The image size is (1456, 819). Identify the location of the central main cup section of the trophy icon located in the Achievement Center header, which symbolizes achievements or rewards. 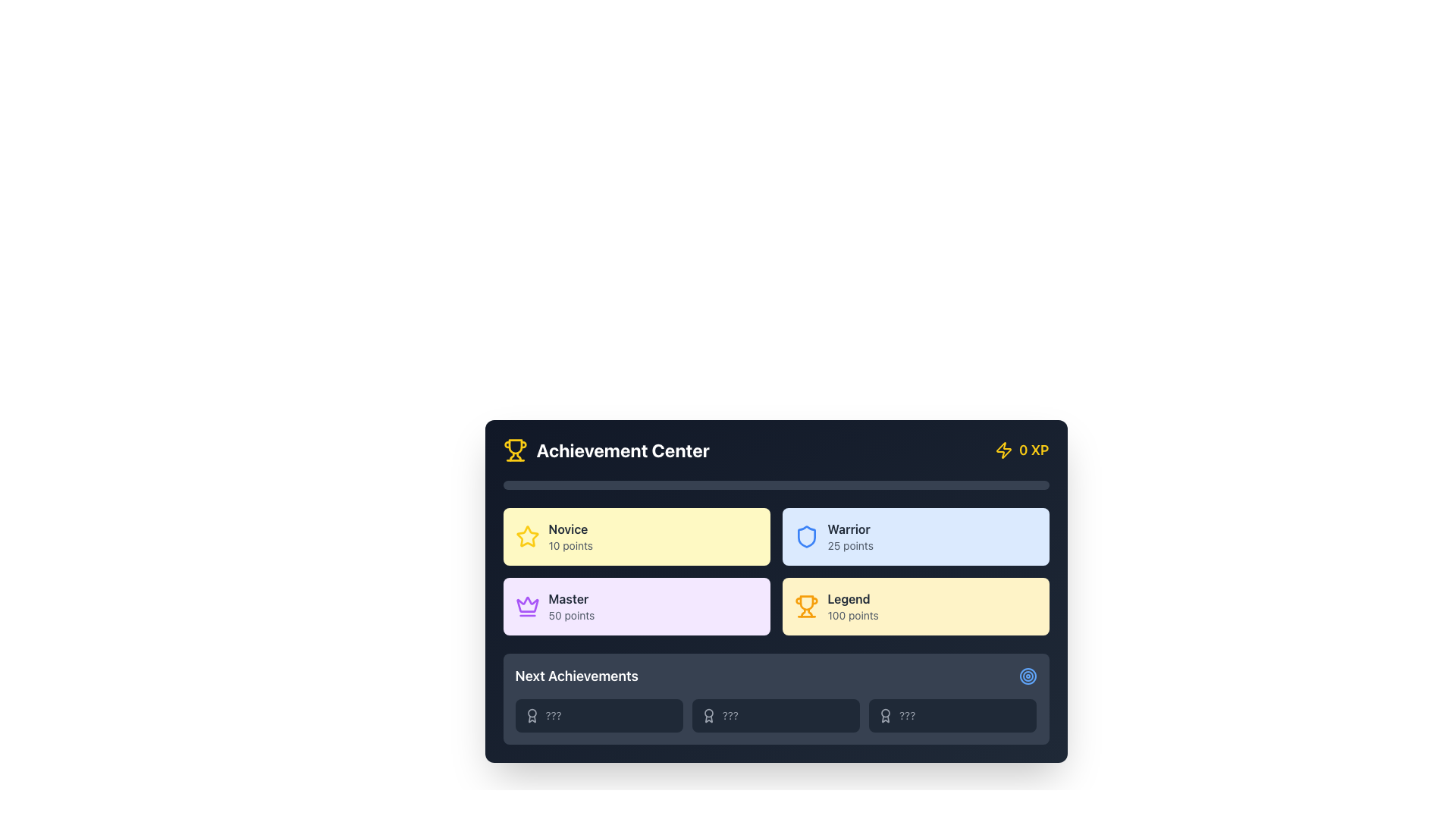
(515, 446).